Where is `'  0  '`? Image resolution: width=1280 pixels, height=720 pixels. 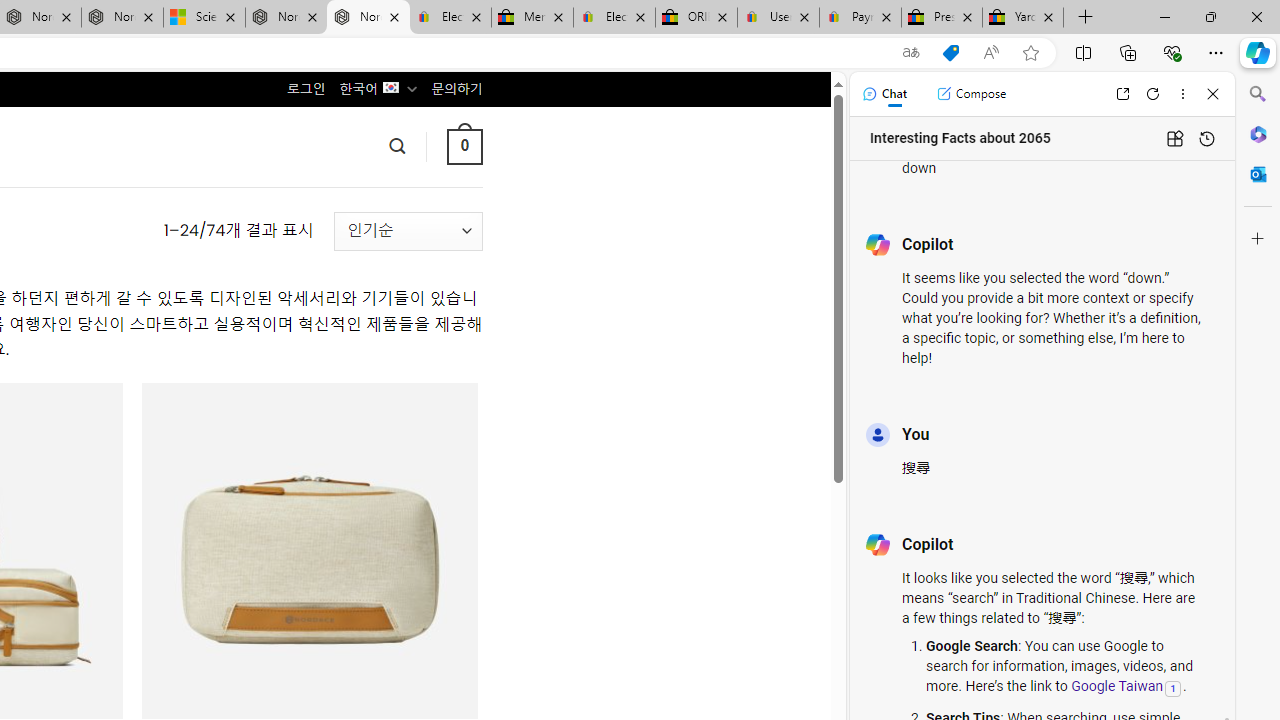 '  0  ' is located at coordinates (463, 145).